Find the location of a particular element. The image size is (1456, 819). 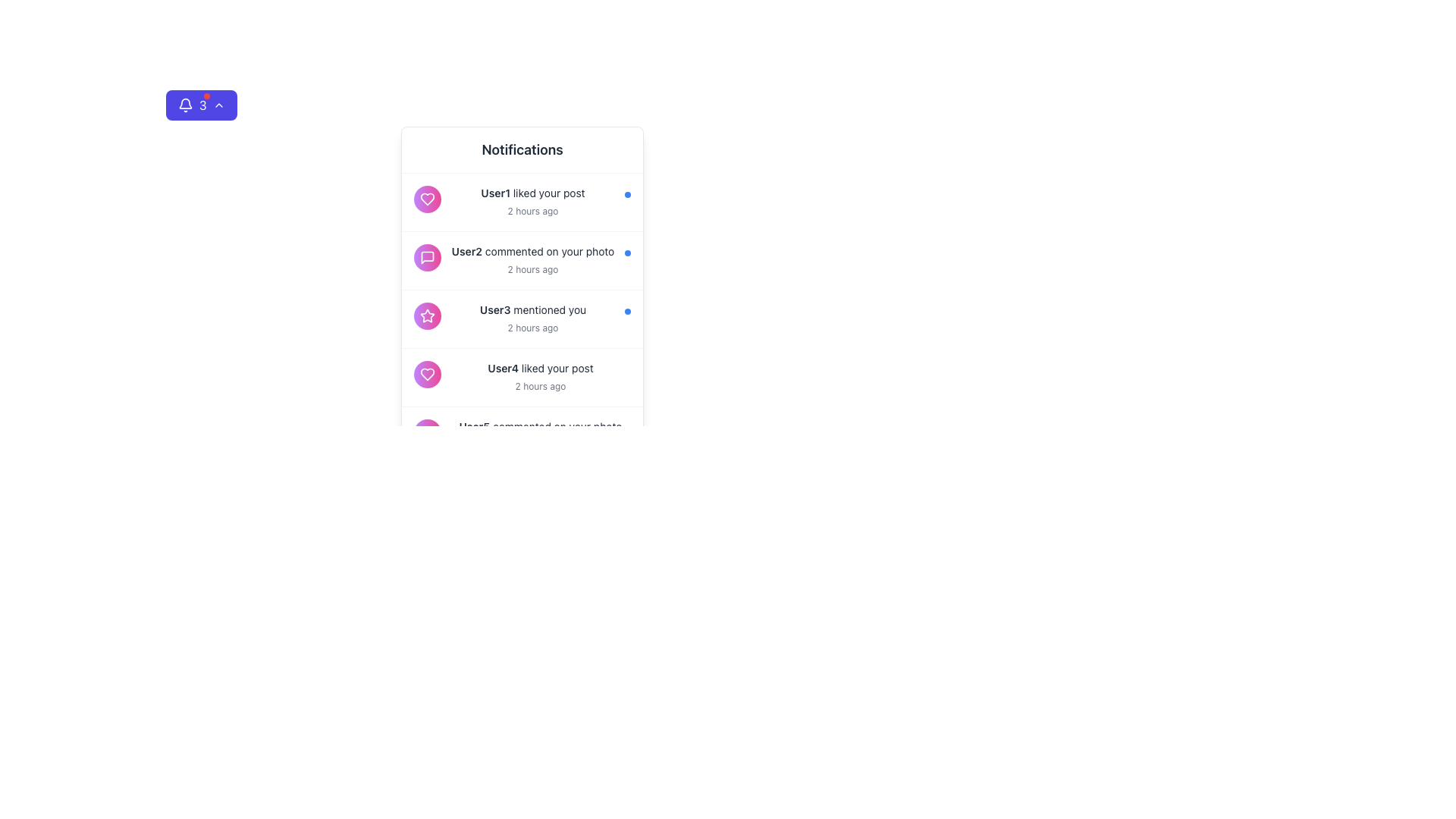

the 'like' notification icon located to the left of the text 'User1 liked your post' in the first notification row is located at coordinates (427, 198).